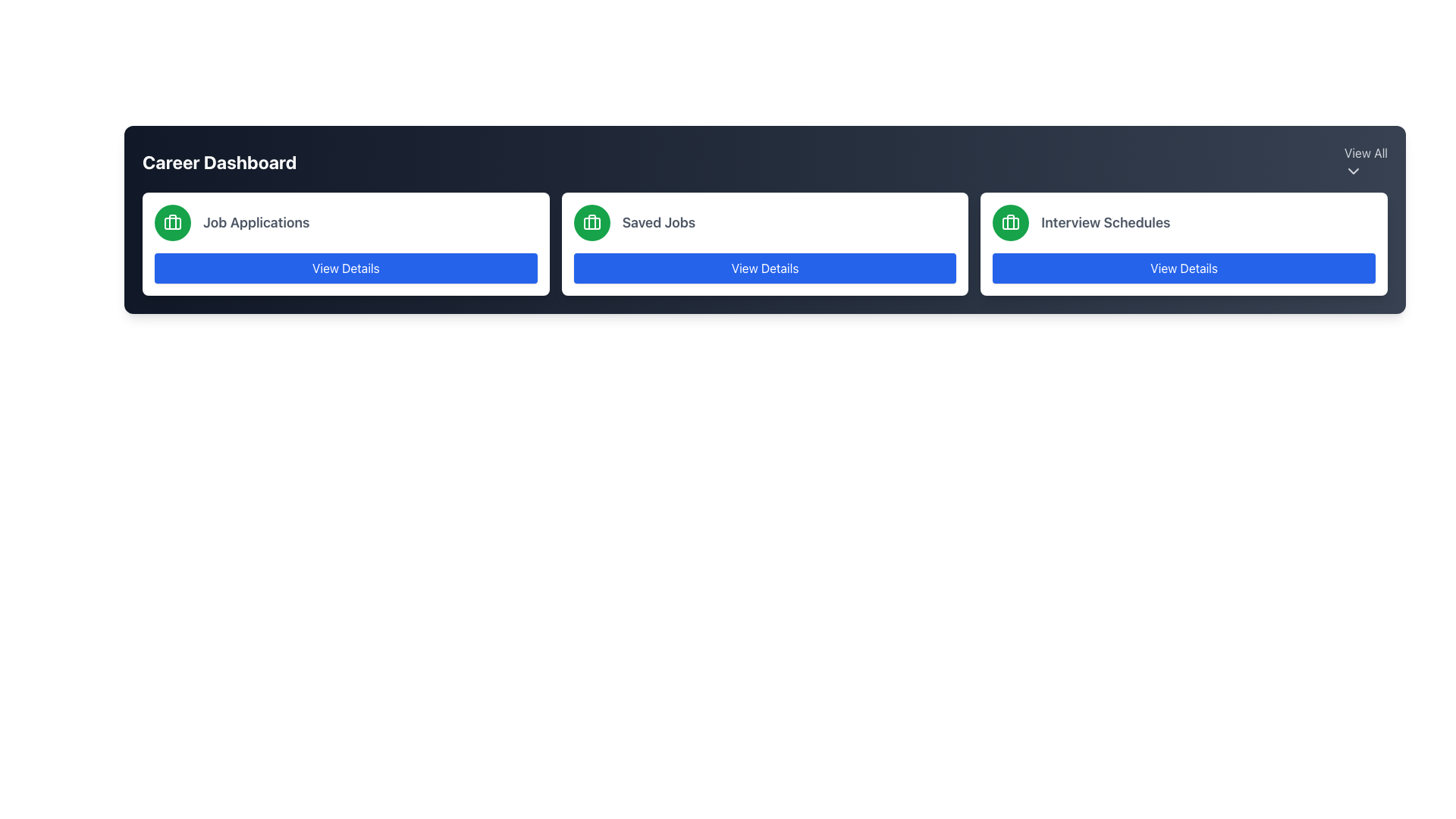  What do you see at coordinates (658, 222) in the screenshot?
I see `text of the 'Saved Jobs' label located to the right of the green circular icon with a white briefcase symbol` at bounding box center [658, 222].